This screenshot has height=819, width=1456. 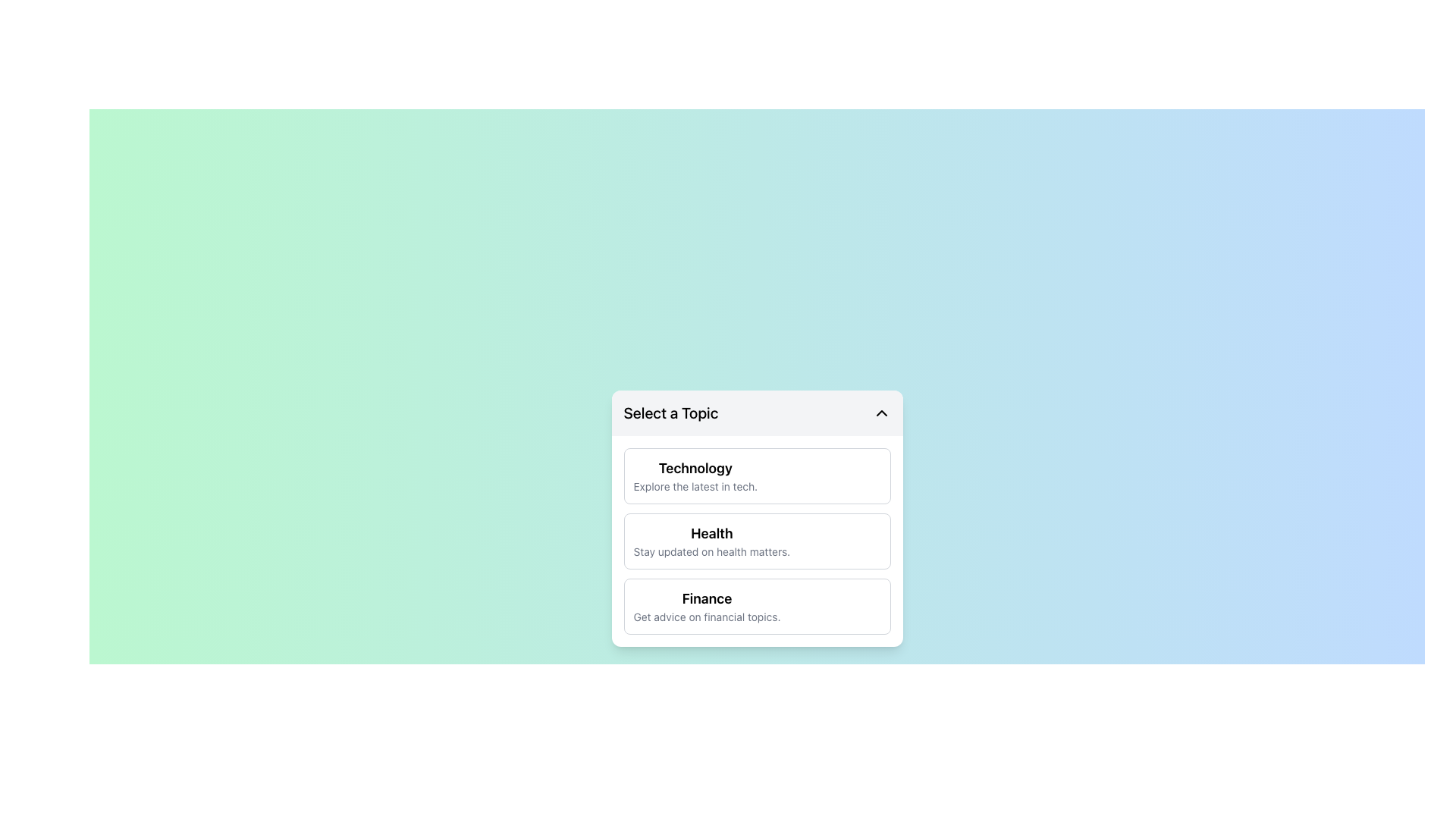 I want to click on the downward chevron icon with a black stroke located at the top-right corner of the 'Select a Topic' section header, so click(x=881, y=413).